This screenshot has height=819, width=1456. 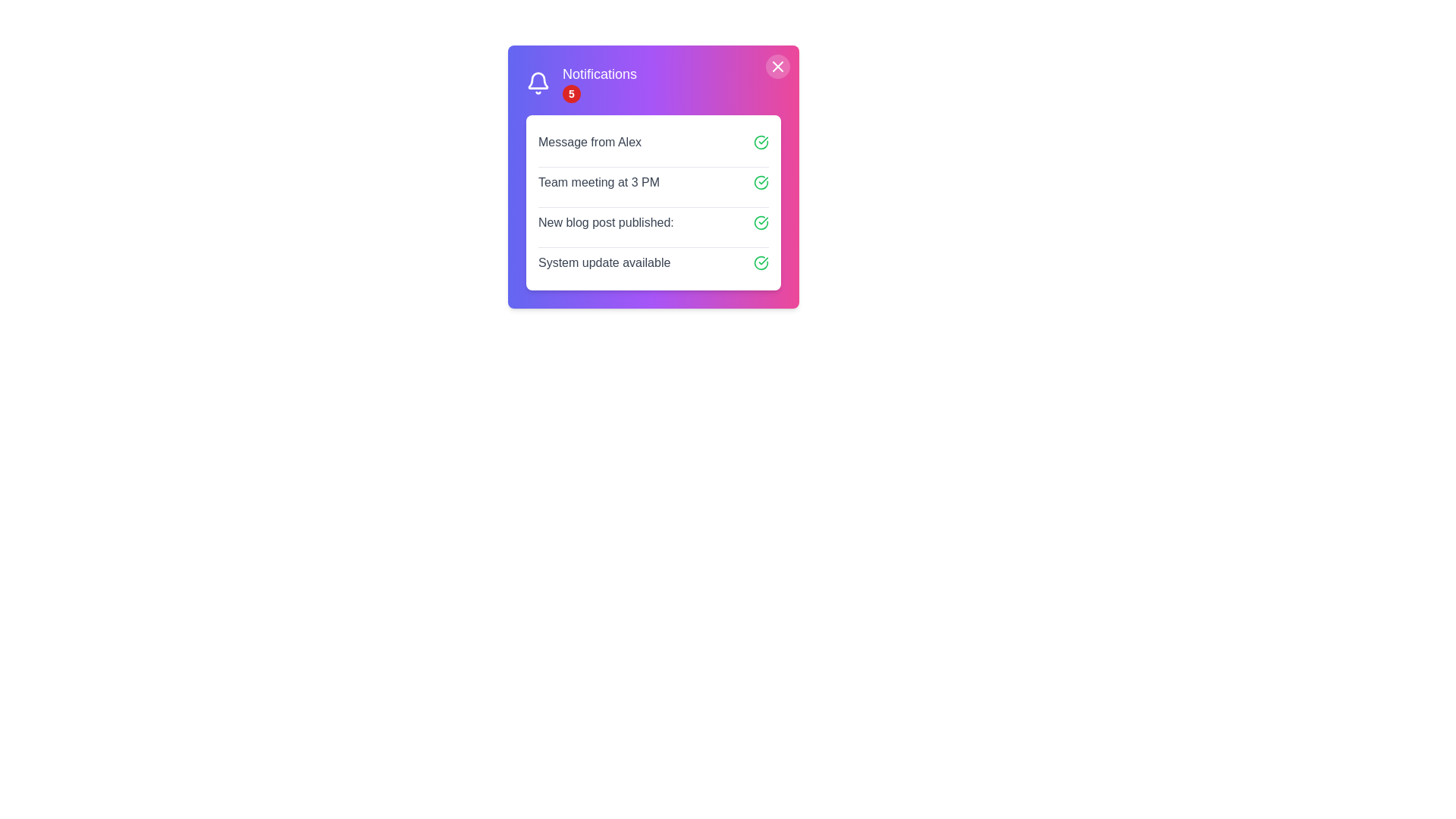 What do you see at coordinates (654, 262) in the screenshot?
I see `the checkmark icon in the fourth notification item that informs the user about a system update being available` at bounding box center [654, 262].